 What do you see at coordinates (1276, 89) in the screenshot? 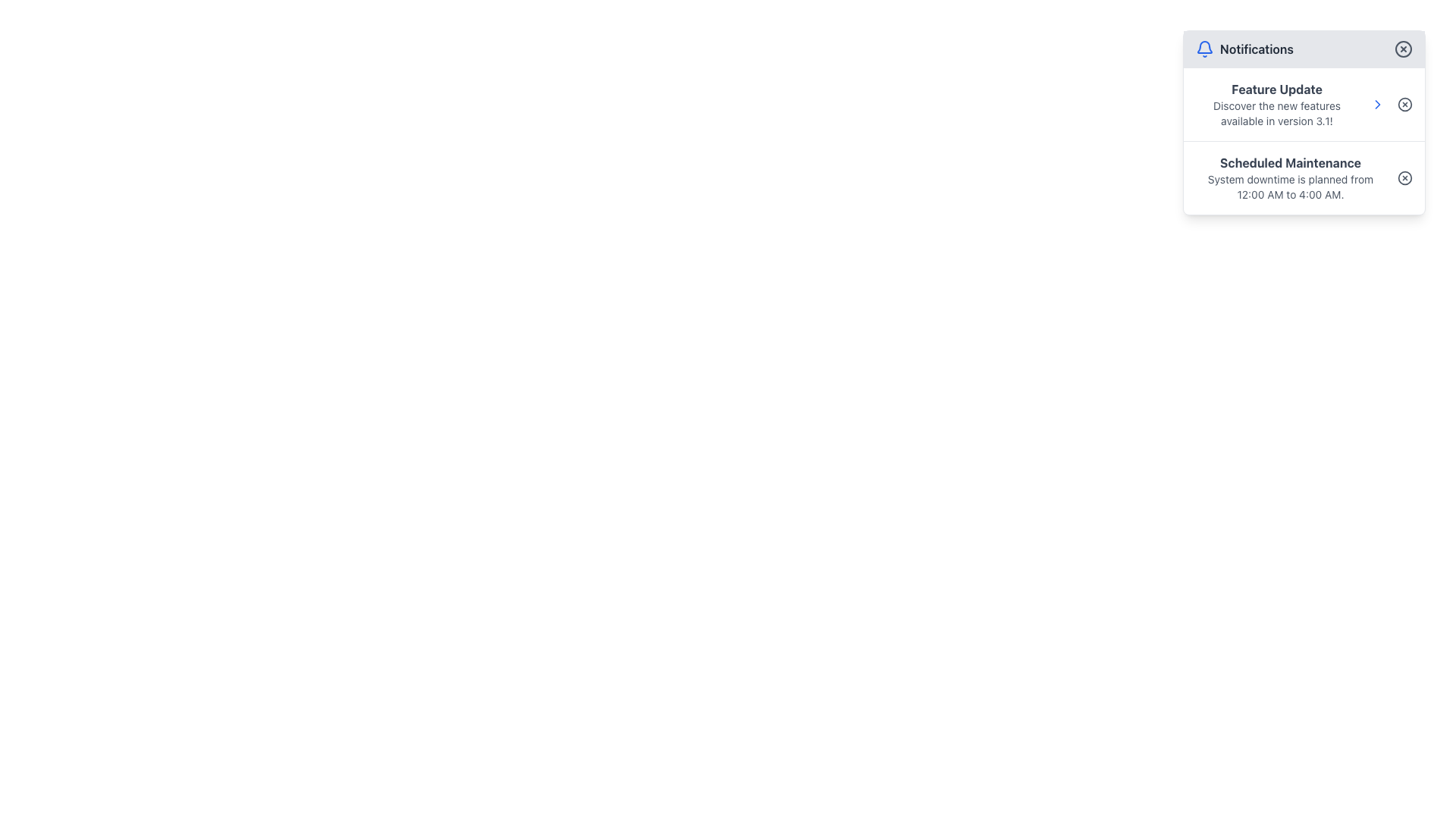
I see `text element that serves as the title for the notification about new features, positioned in the Notifications panel` at bounding box center [1276, 89].